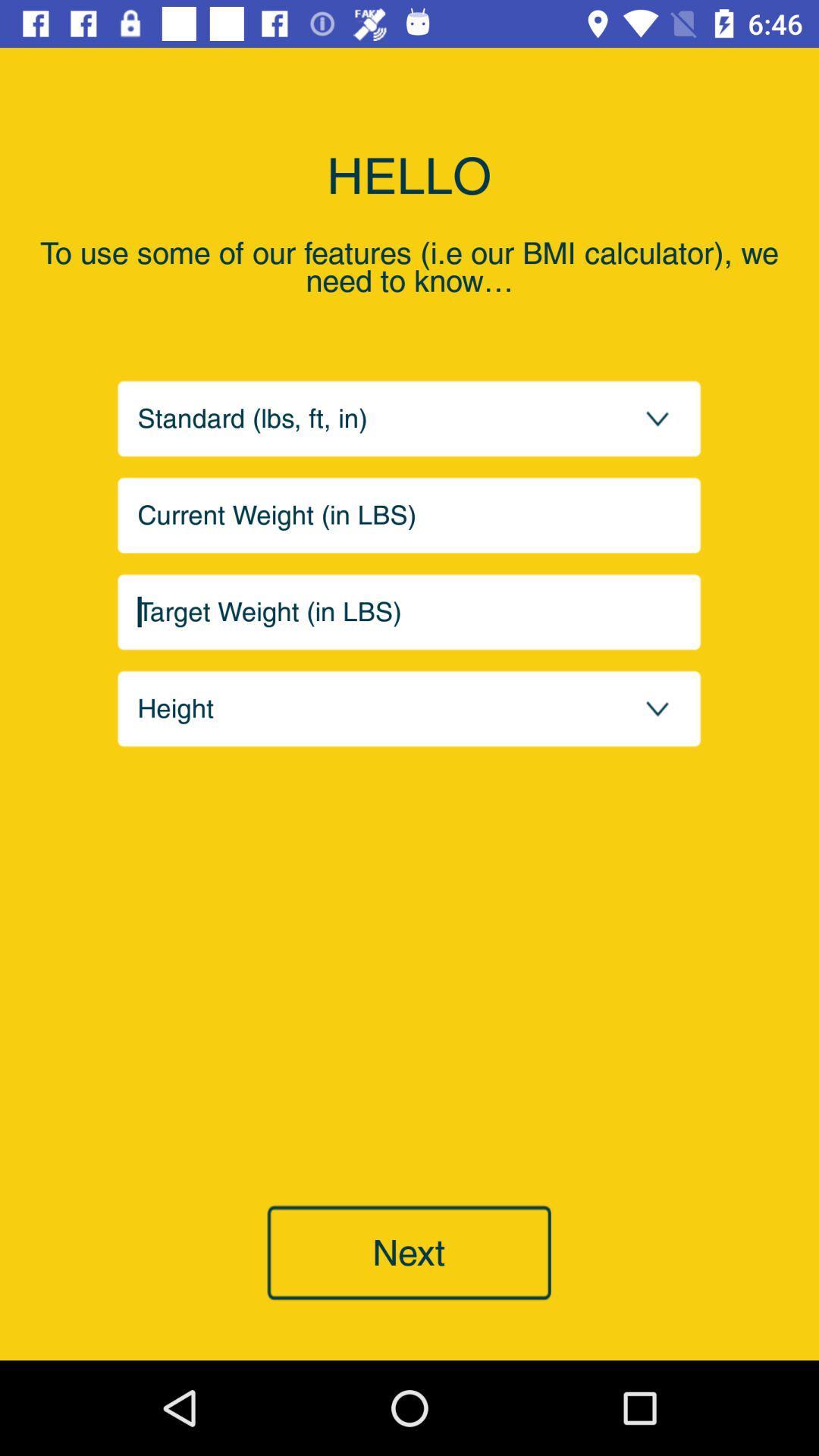  Describe the element at coordinates (409, 612) in the screenshot. I see `target weight in lbs` at that location.